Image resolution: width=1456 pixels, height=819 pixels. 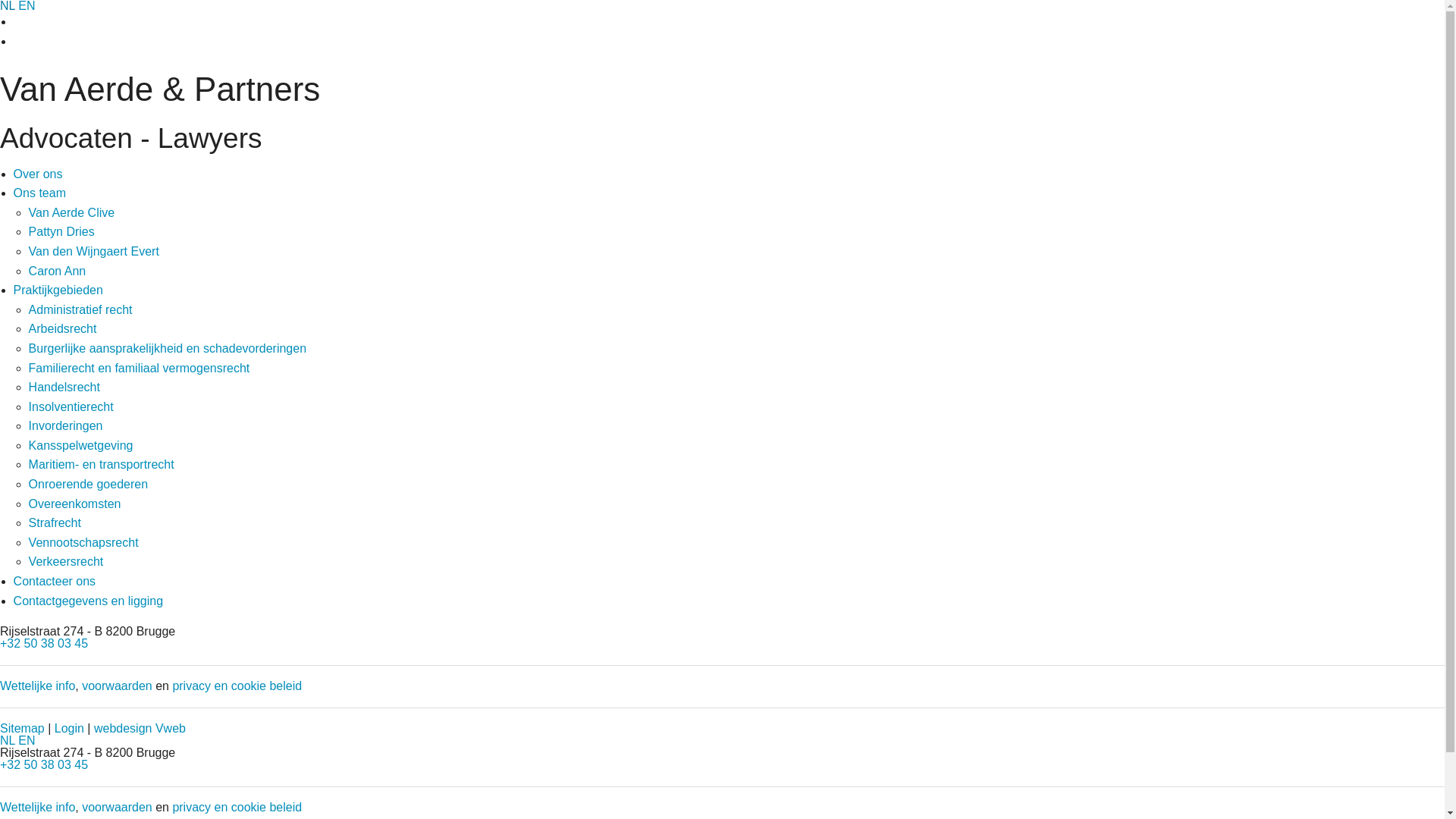 What do you see at coordinates (38, 173) in the screenshot?
I see `'Over ons'` at bounding box center [38, 173].